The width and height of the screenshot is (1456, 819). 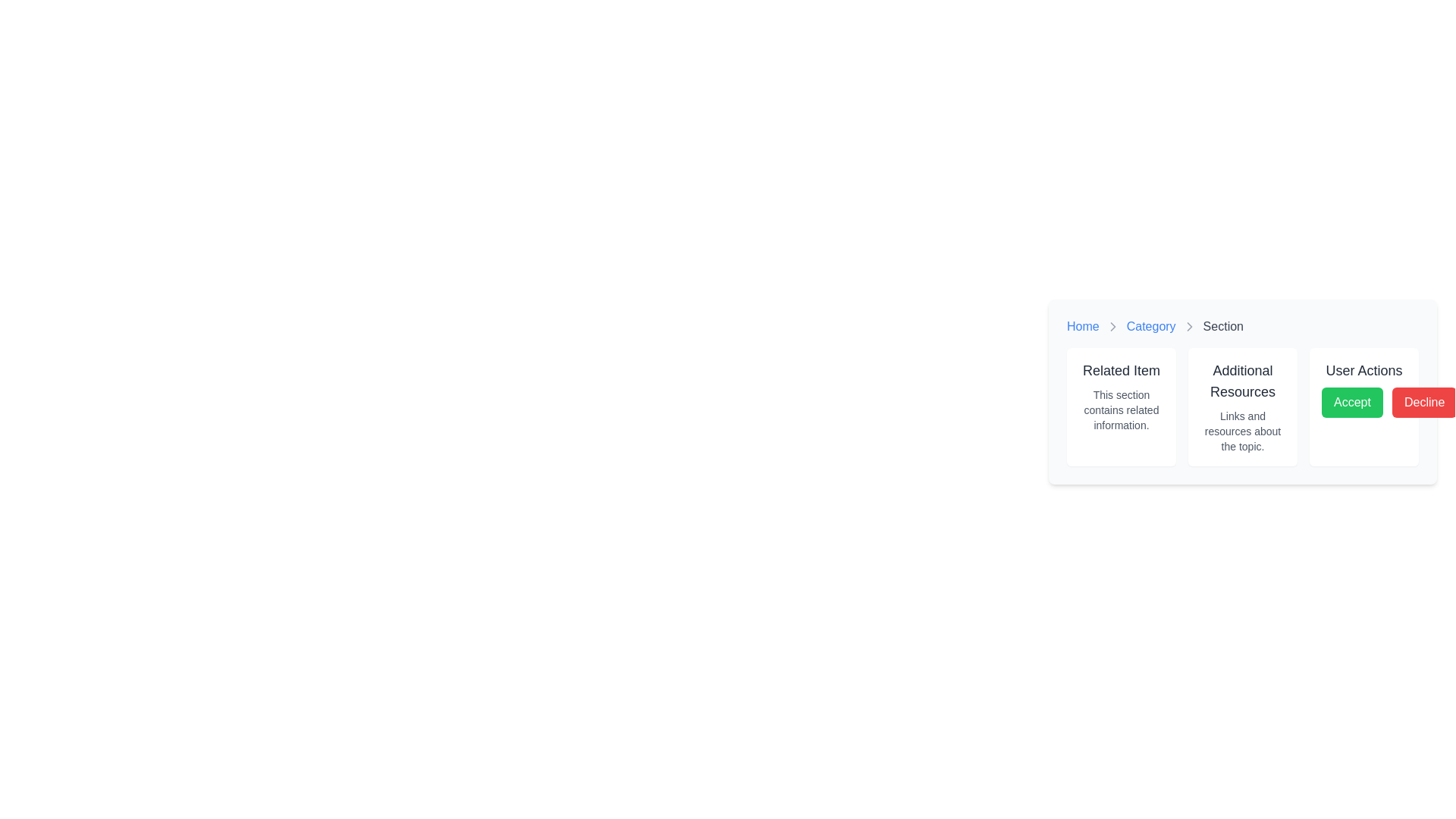 What do you see at coordinates (1242, 406) in the screenshot?
I see `the informational card located in the middle of a three-column grid, positioned to the right of the 'Related Item' card and to the left of the 'User Actions' card` at bounding box center [1242, 406].